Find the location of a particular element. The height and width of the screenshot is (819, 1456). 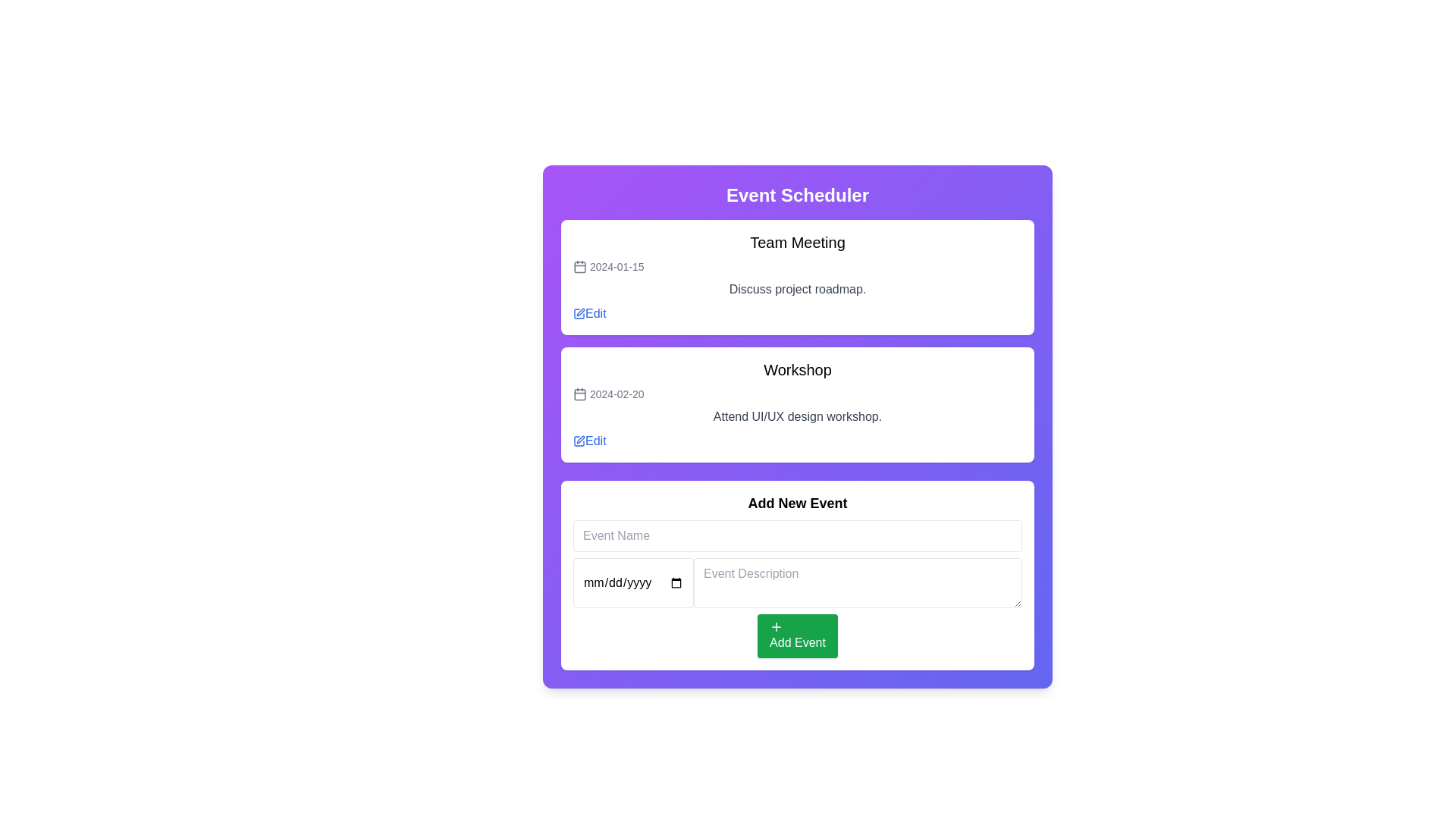

the 'Edit' icon represented by a square with a pen, which is part of the second event titled 'Workshop' in the list is located at coordinates (578, 441).